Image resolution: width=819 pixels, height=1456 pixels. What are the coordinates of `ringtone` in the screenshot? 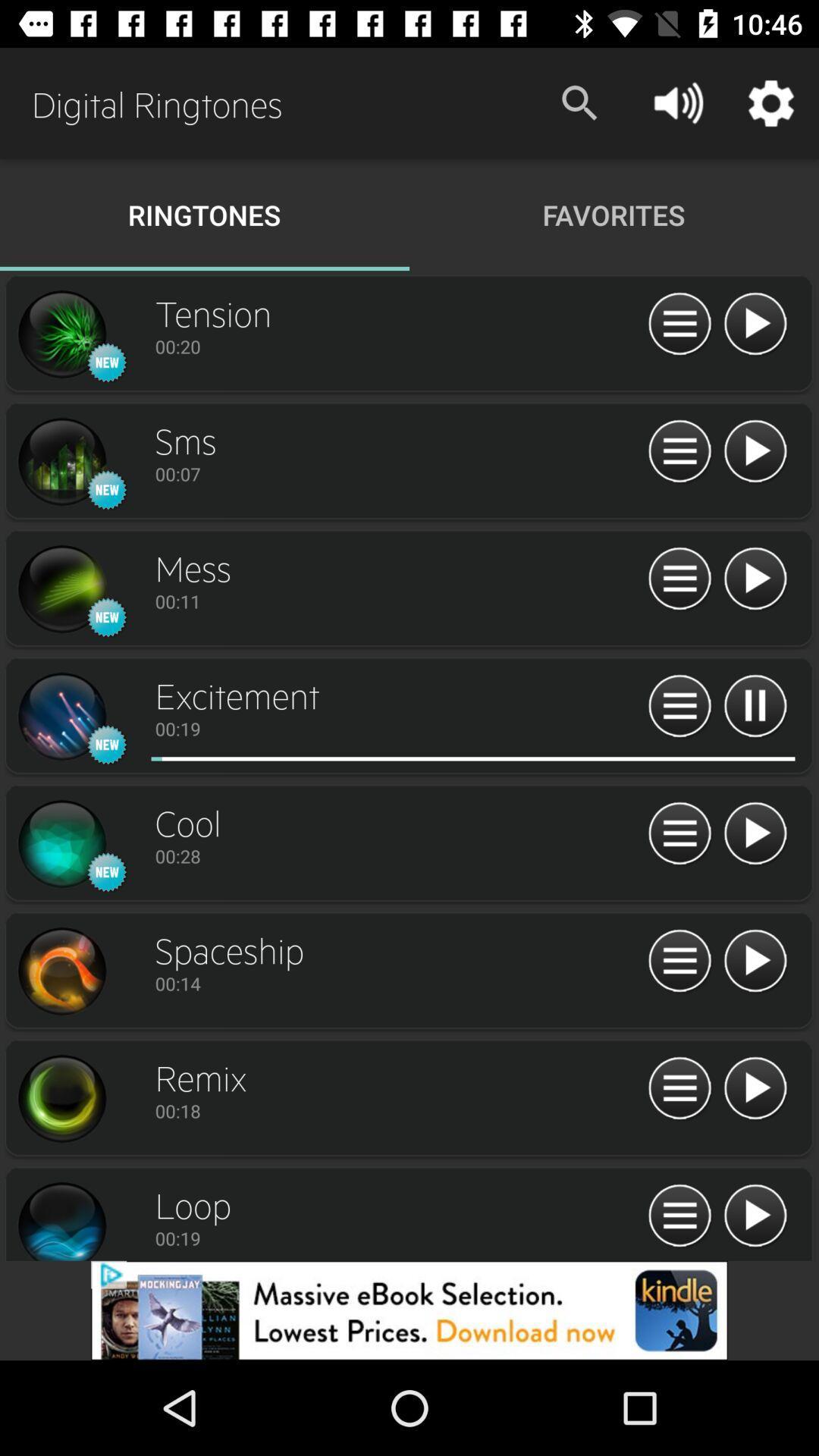 It's located at (755, 1216).